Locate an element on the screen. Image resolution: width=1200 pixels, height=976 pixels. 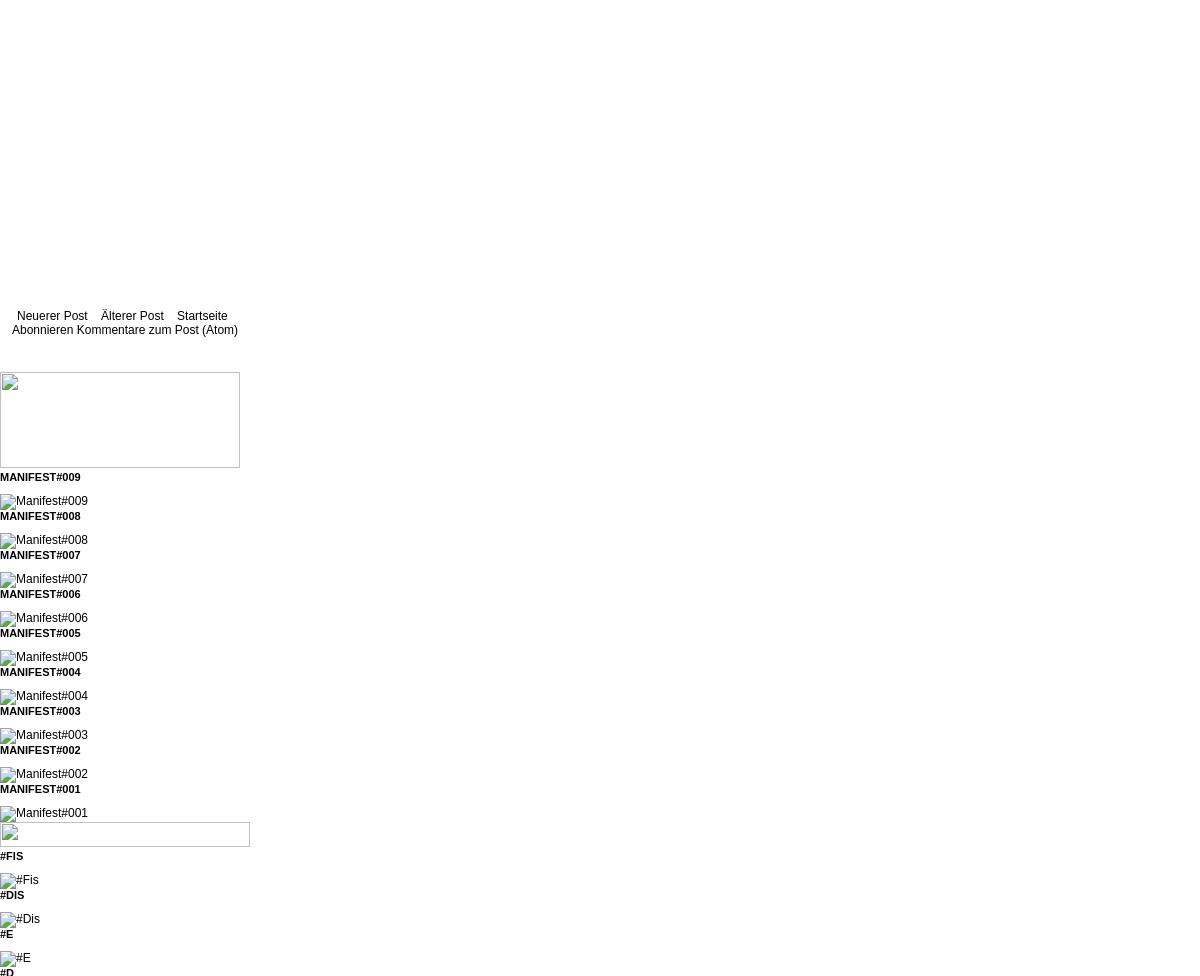
'Manifest#002' is located at coordinates (39, 749).